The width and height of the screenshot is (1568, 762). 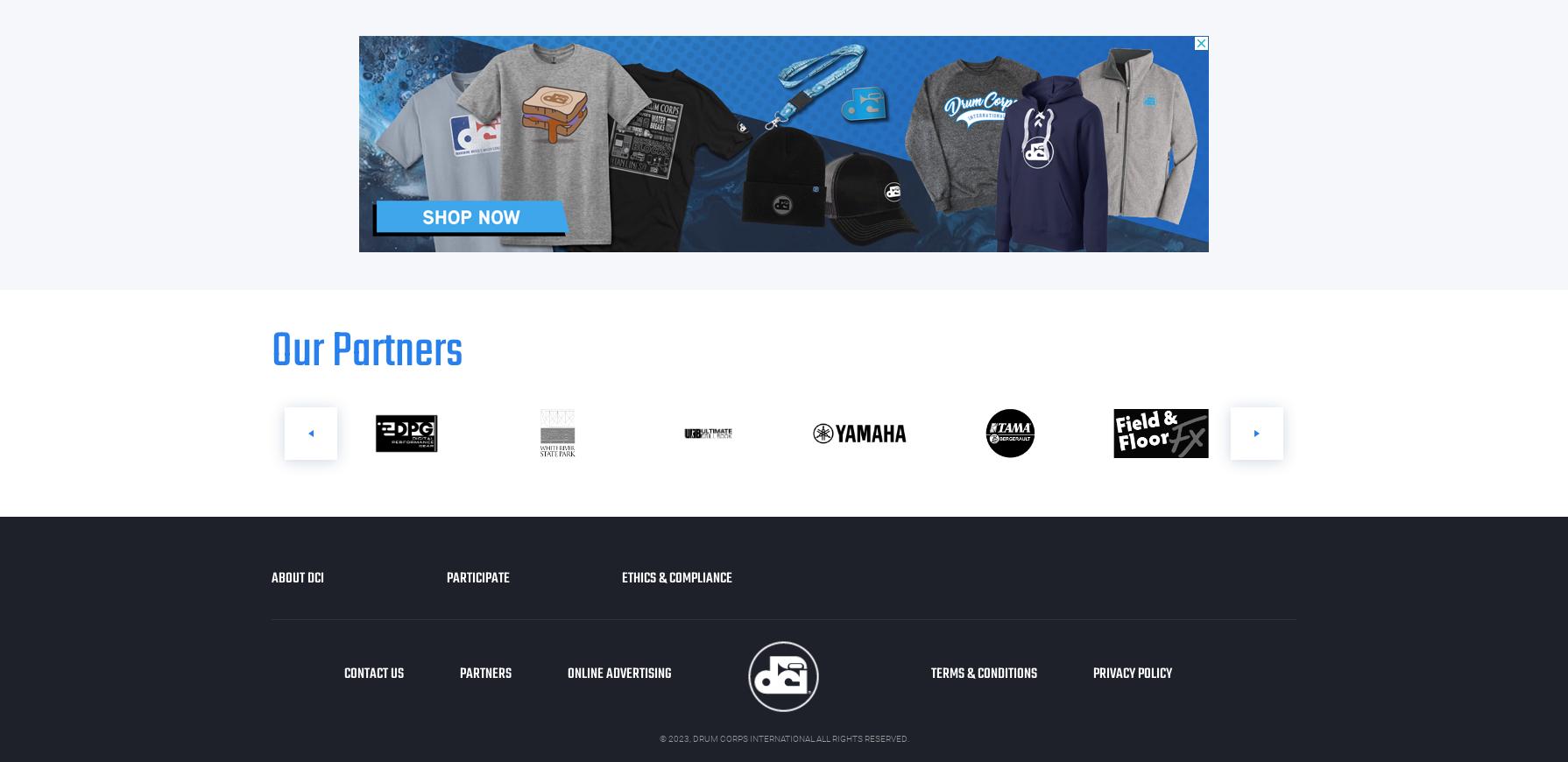 What do you see at coordinates (782, 738) in the screenshot?
I see `'© 2023, DRUM CORPS INTERNATIONAL.ALL RIGHTS RESERVED.'` at bounding box center [782, 738].